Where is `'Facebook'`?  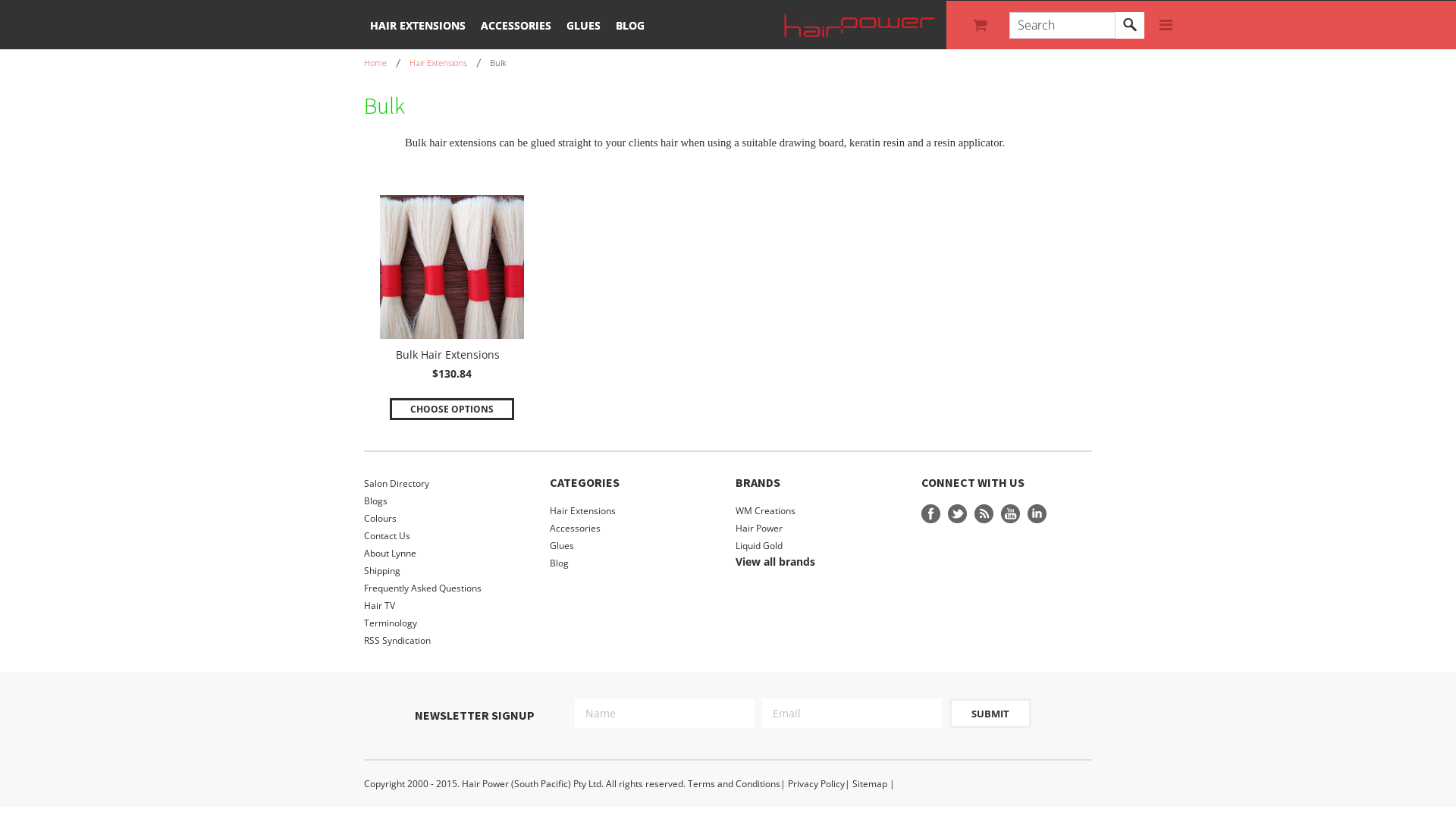
'Facebook' is located at coordinates (930, 513).